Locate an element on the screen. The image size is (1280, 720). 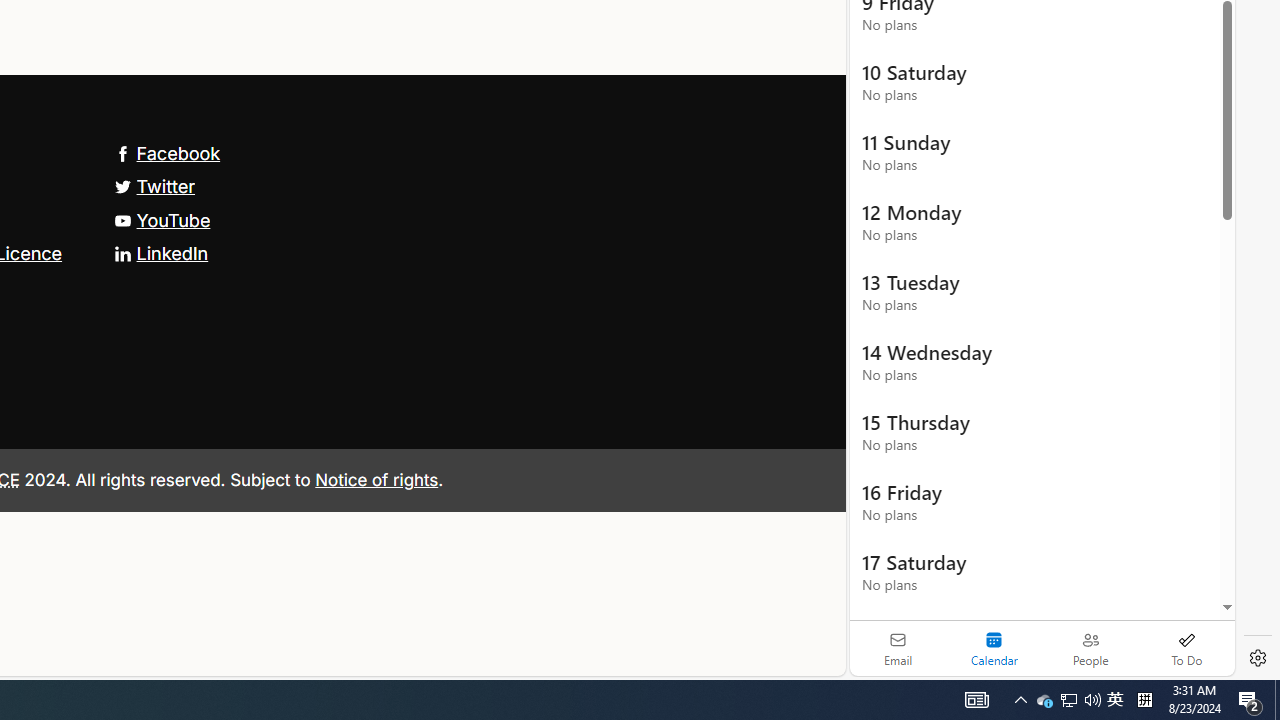
'Twitter' is located at coordinates (153, 186).